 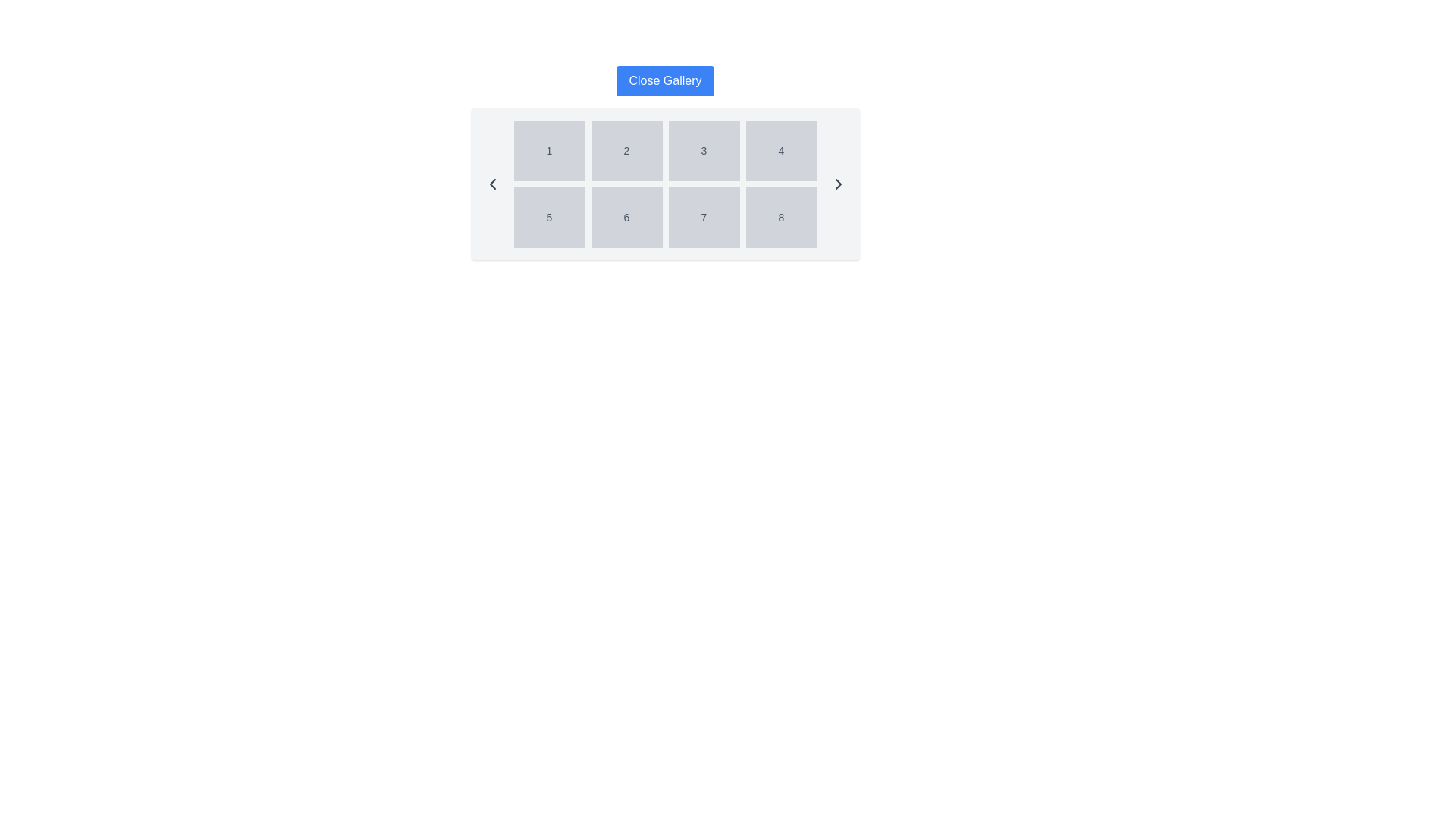 What do you see at coordinates (626, 217) in the screenshot?
I see `the button labeled '6' located in the second row, second column of a 2x4 grid` at bounding box center [626, 217].